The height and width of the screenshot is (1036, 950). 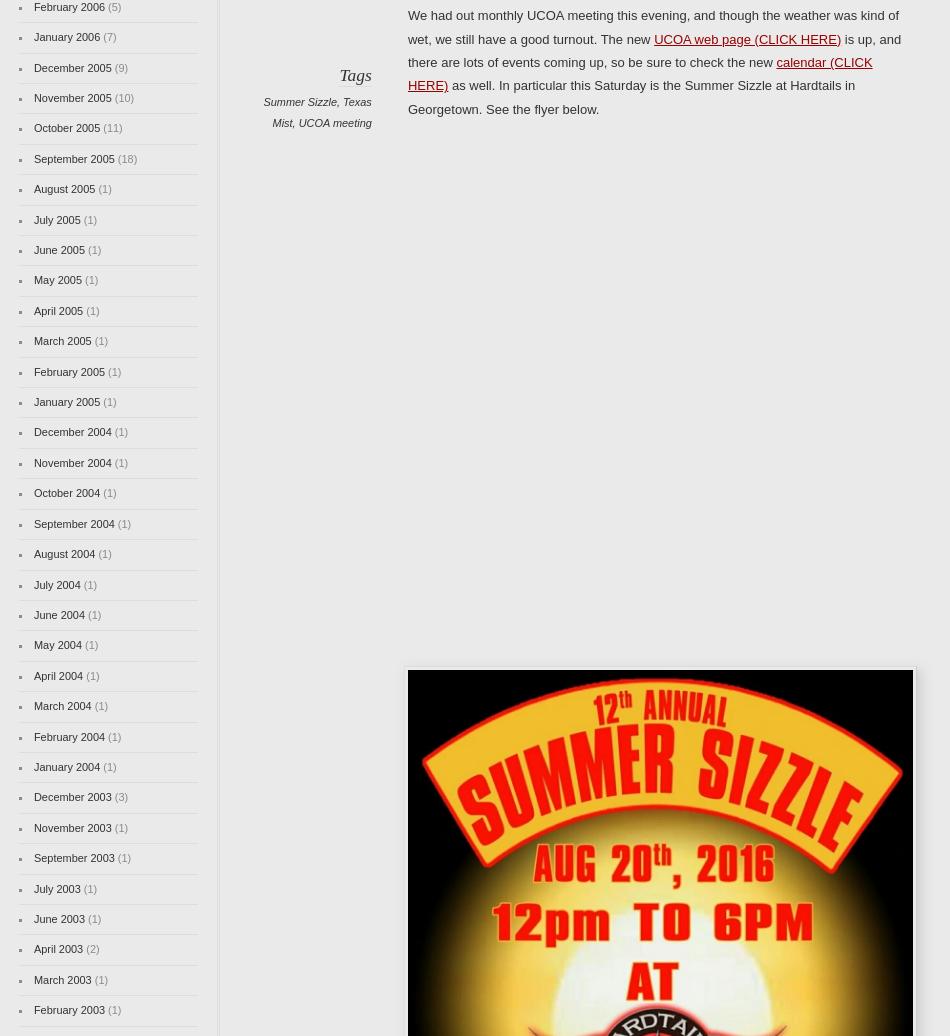 What do you see at coordinates (298, 101) in the screenshot?
I see `'Summer Sizzle'` at bounding box center [298, 101].